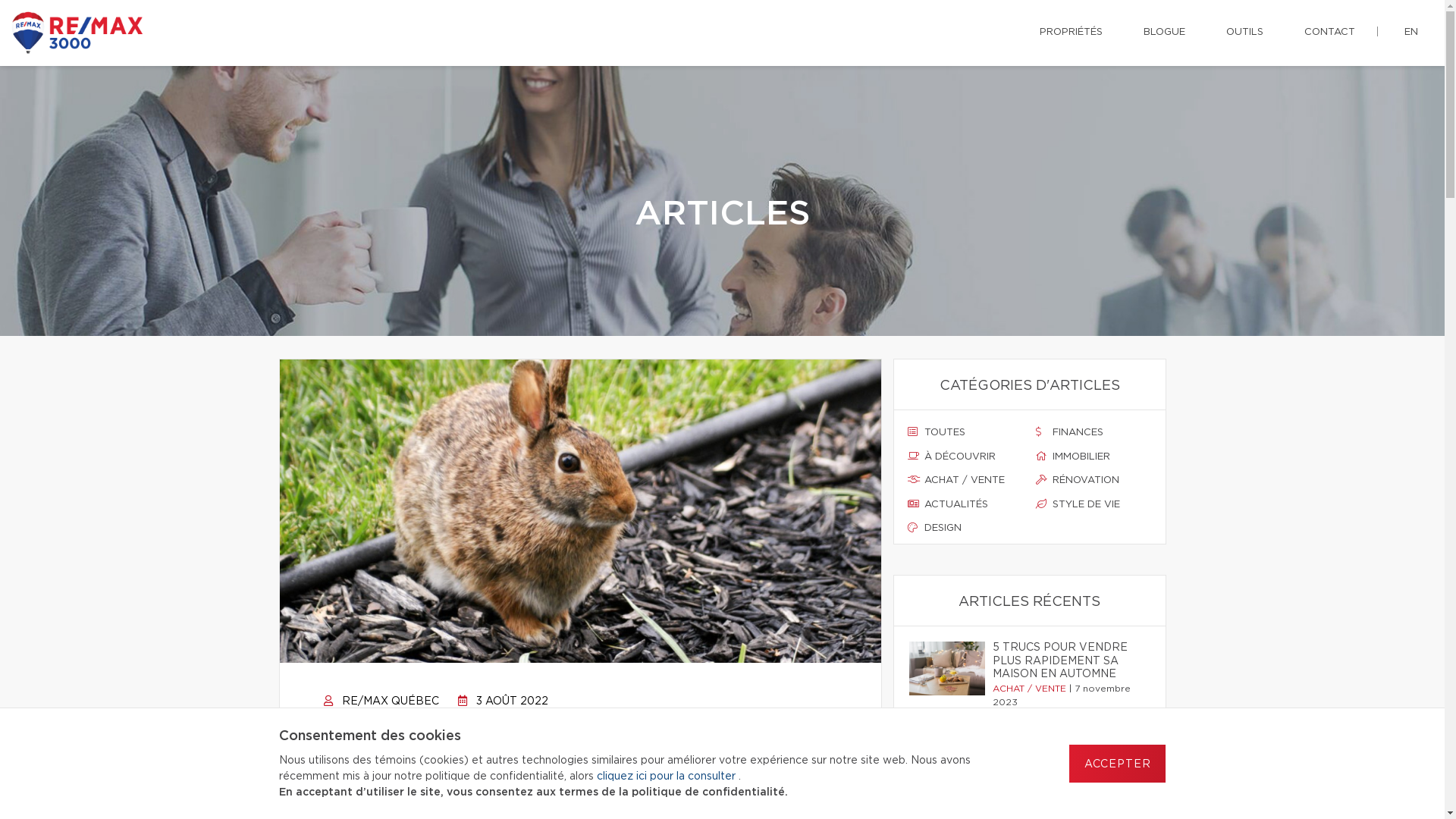 The height and width of the screenshot is (819, 1456). I want to click on 'DESIGN', so click(964, 528).